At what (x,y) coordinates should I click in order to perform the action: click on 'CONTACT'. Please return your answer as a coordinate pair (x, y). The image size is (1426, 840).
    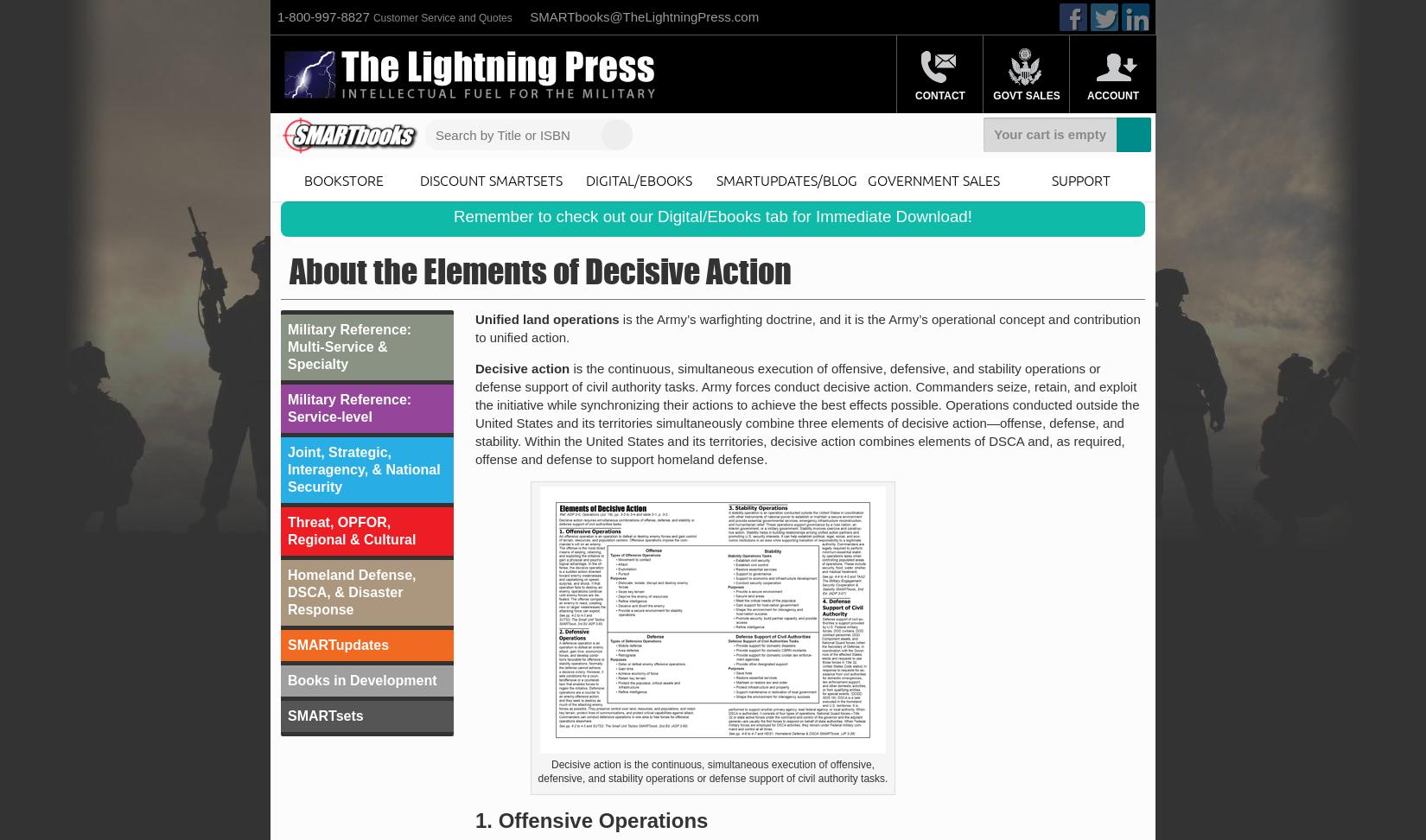
    Looking at the image, I should click on (939, 95).